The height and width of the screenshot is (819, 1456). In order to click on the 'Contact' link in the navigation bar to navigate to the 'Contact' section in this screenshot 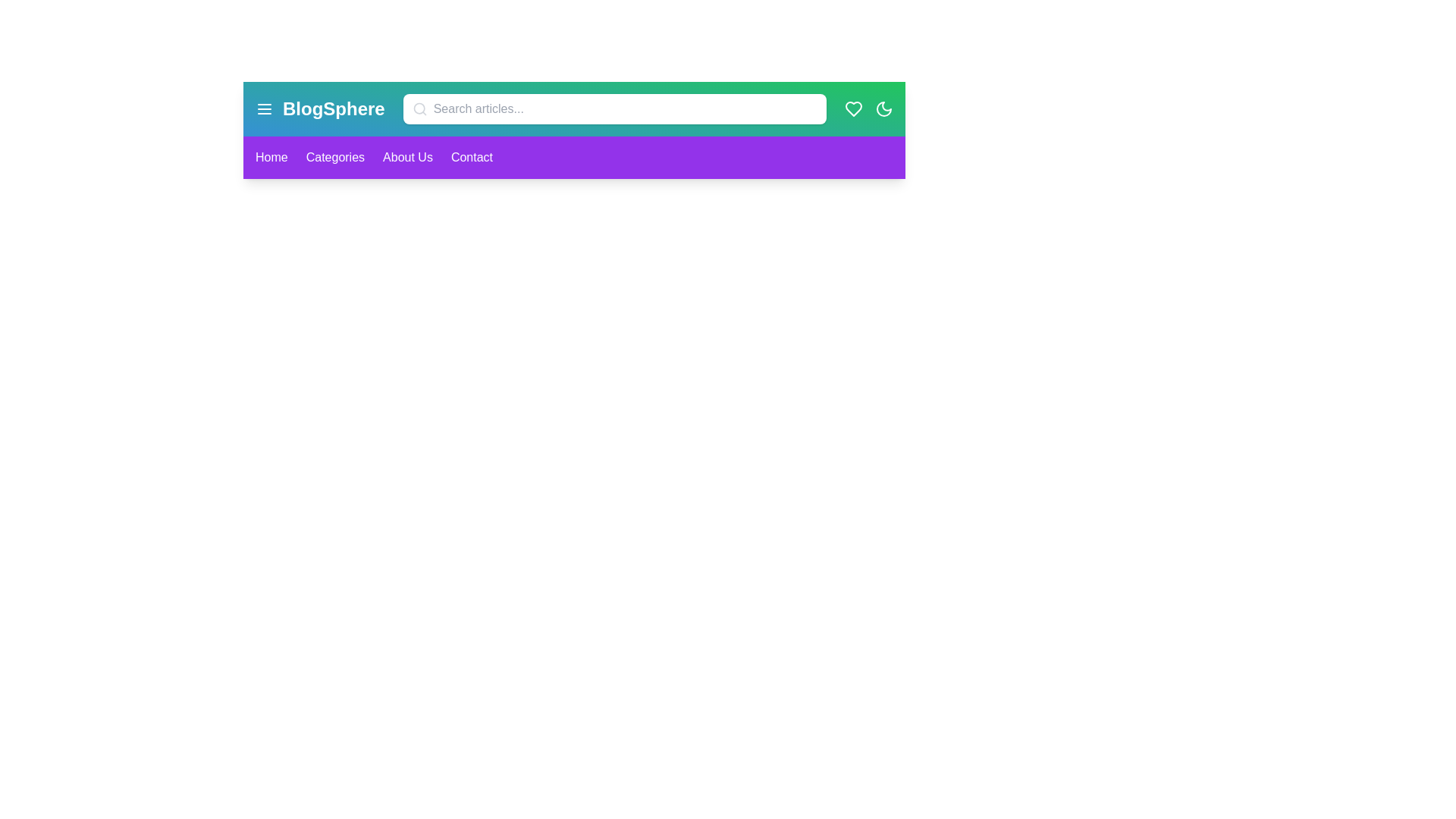, I will do `click(471, 158)`.